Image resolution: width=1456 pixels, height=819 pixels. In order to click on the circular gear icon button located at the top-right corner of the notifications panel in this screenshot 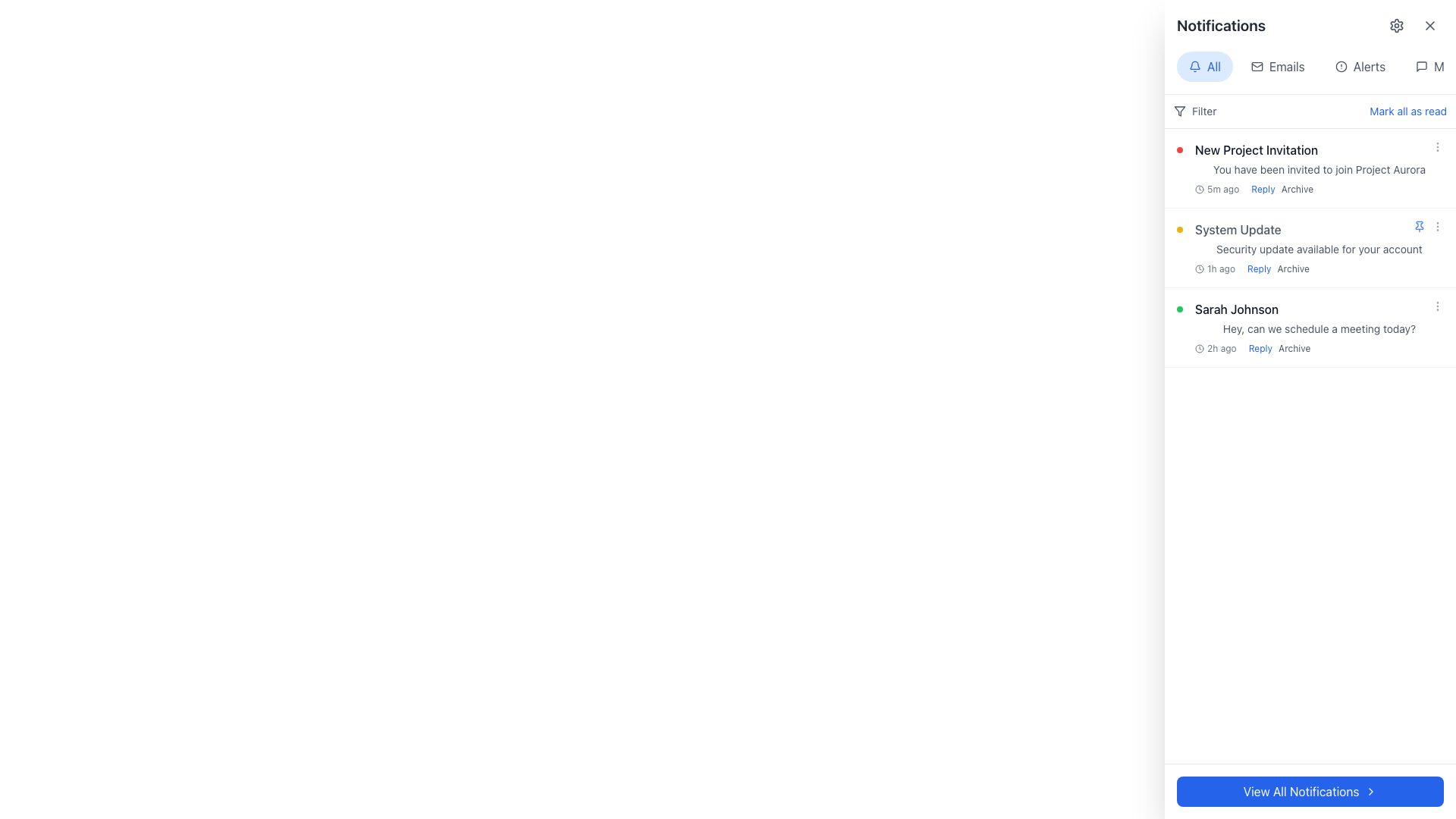, I will do `click(1396, 26)`.